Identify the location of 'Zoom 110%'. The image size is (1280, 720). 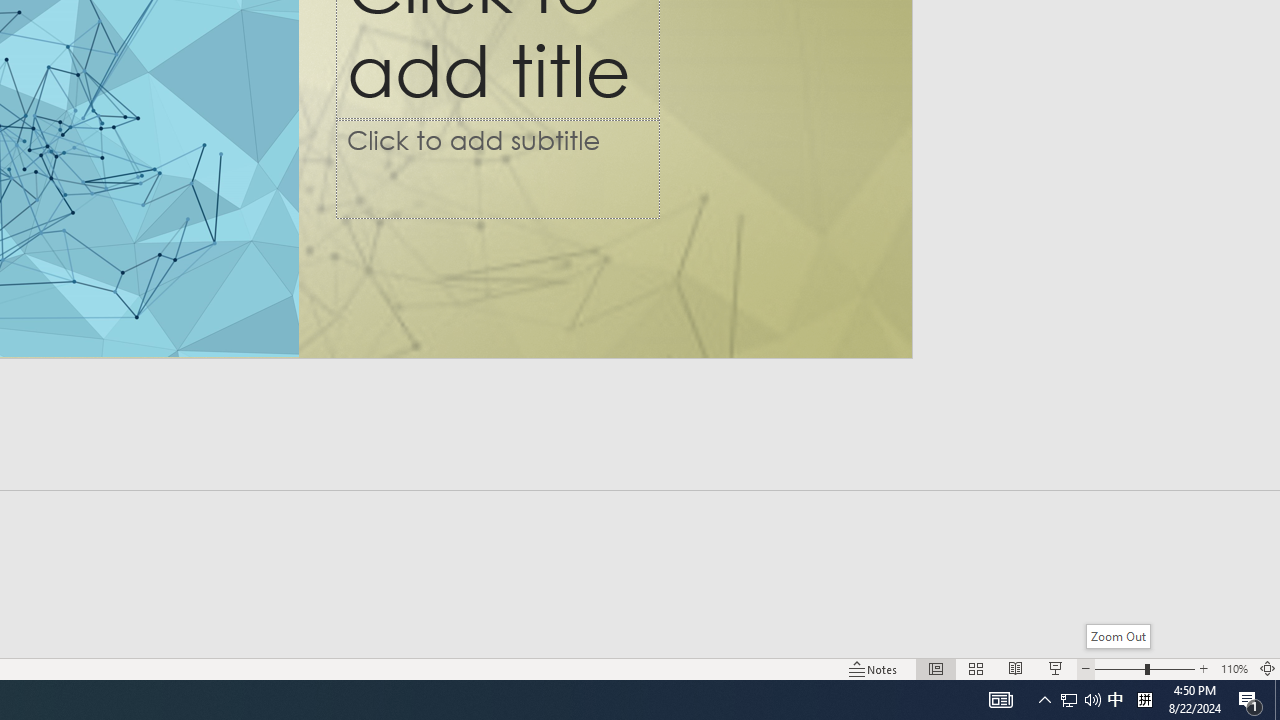
(1233, 669).